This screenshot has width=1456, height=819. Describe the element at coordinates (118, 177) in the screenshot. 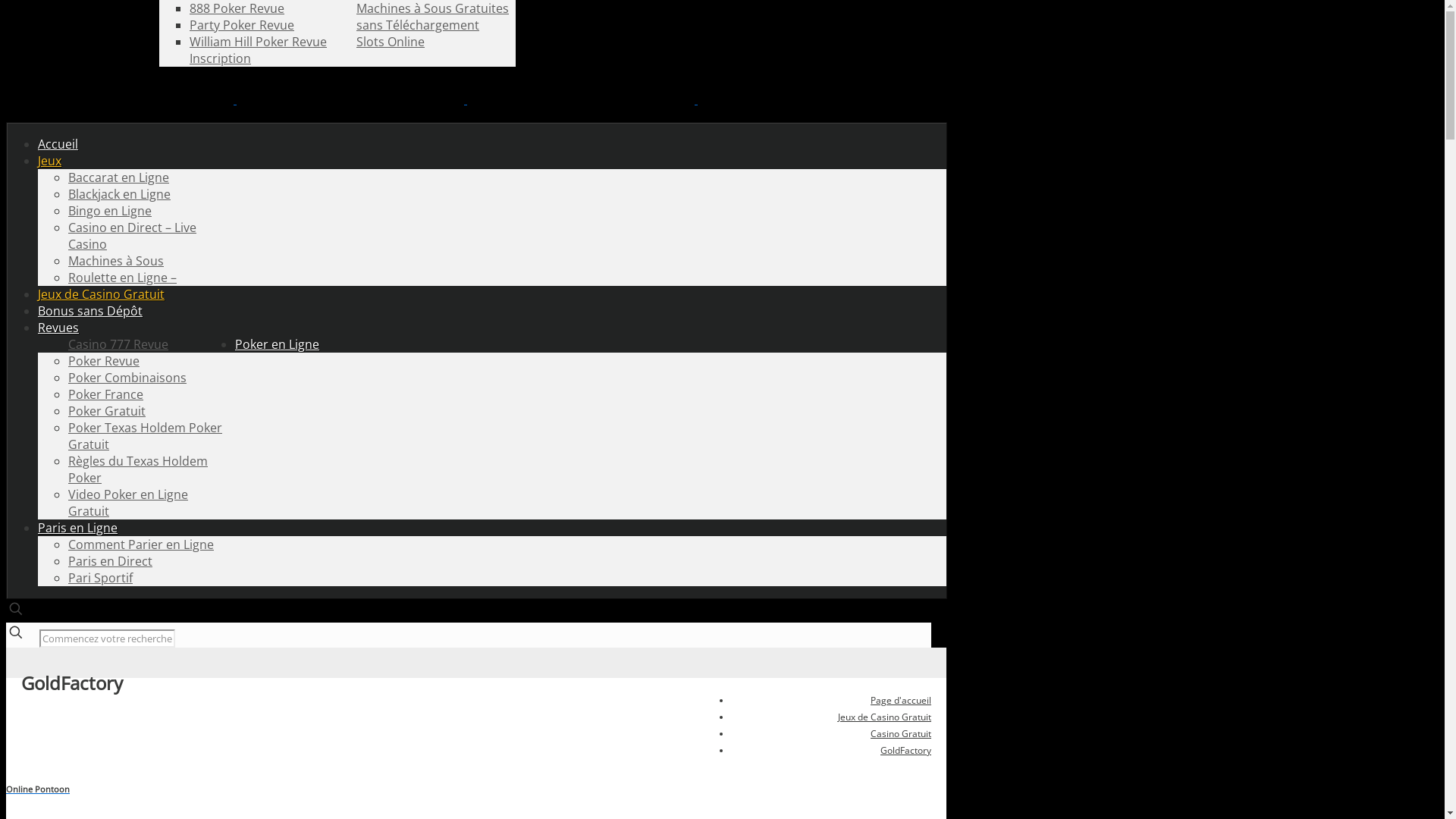

I see `'Baccarat en Ligne'` at that location.